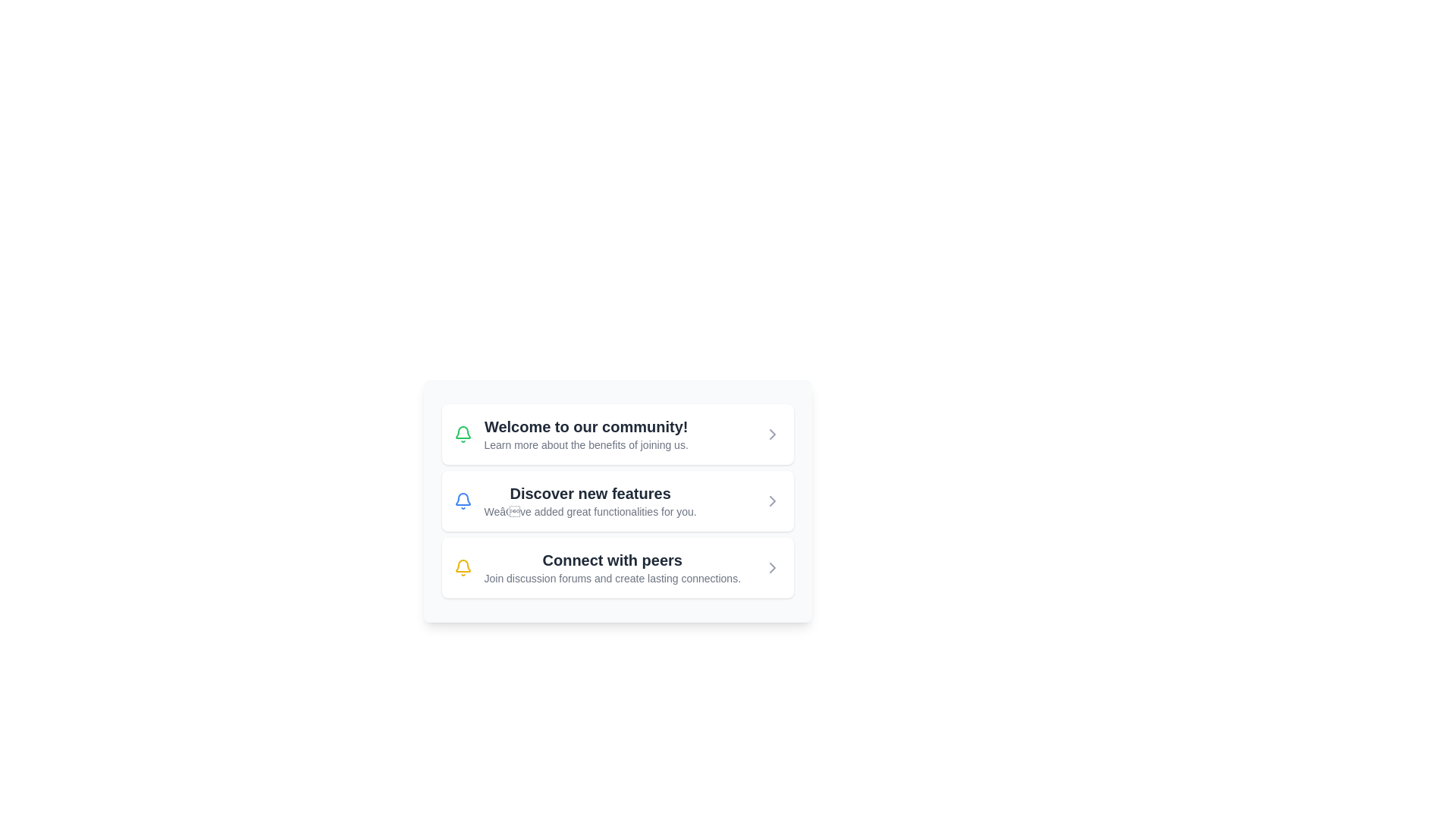  What do you see at coordinates (612, 567) in the screenshot?
I see `the informative text block that provides guidance about connecting with others through forums, which is the third entry in a vertically arranged list of items` at bounding box center [612, 567].